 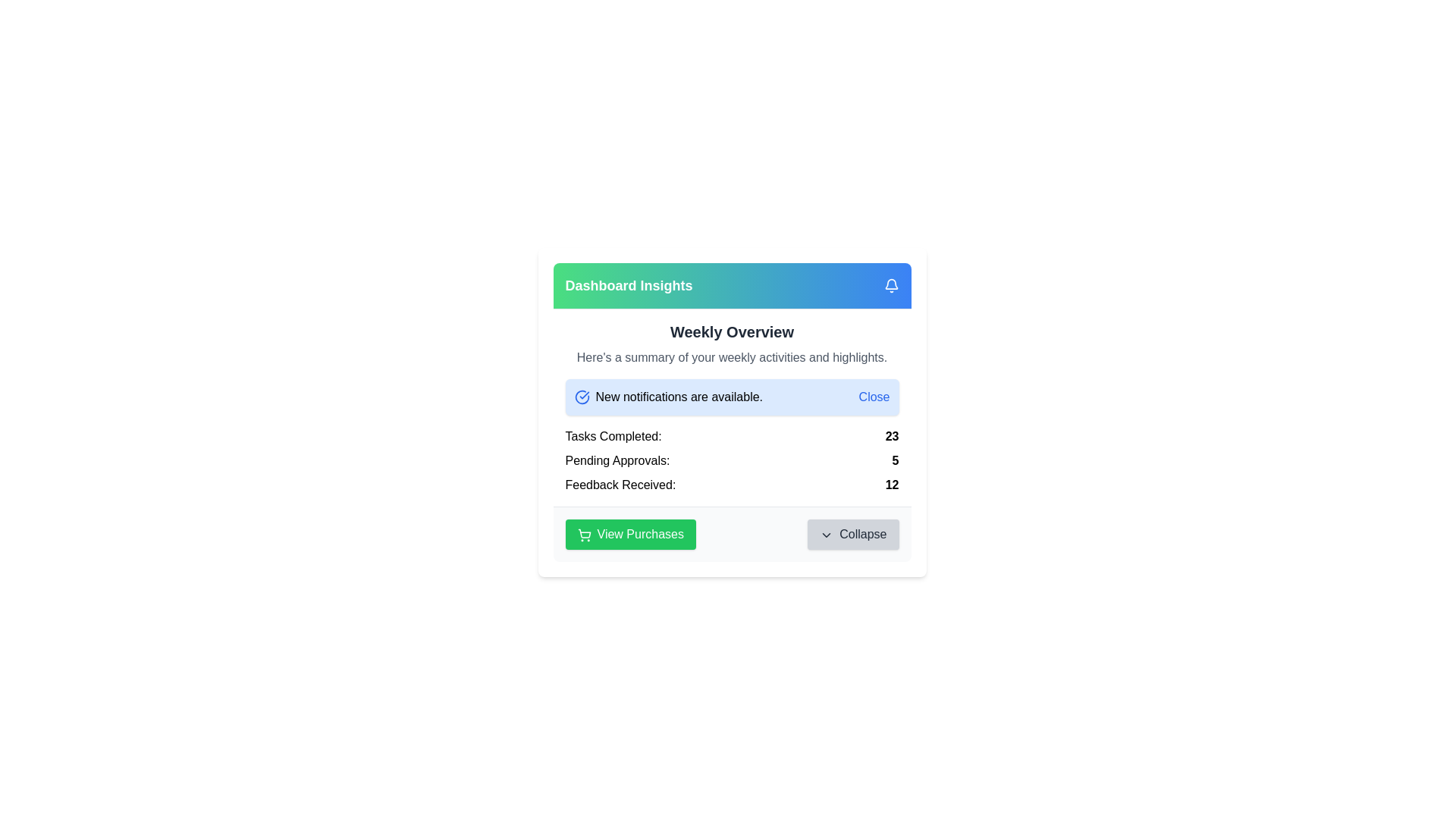 What do you see at coordinates (583, 534) in the screenshot?
I see `the SVG shopping cart icon located to the left of the 'View Purchases' button, which has a green background and white text` at bounding box center [583, 534].